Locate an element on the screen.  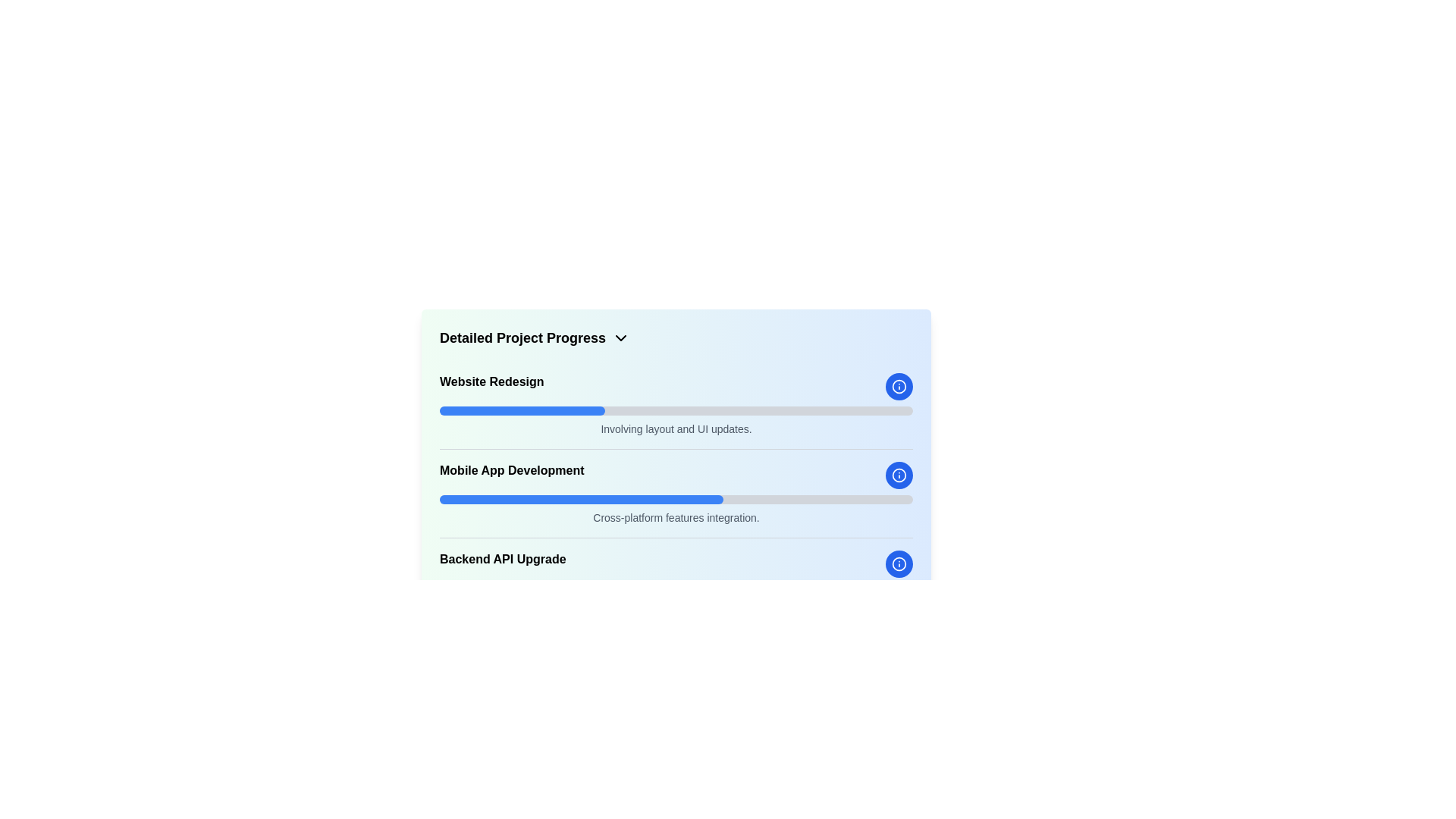
the blue circular icon with a central white circle, located on the right side of the 'Mobile App Development' task row is located at coordinates (899, 475).